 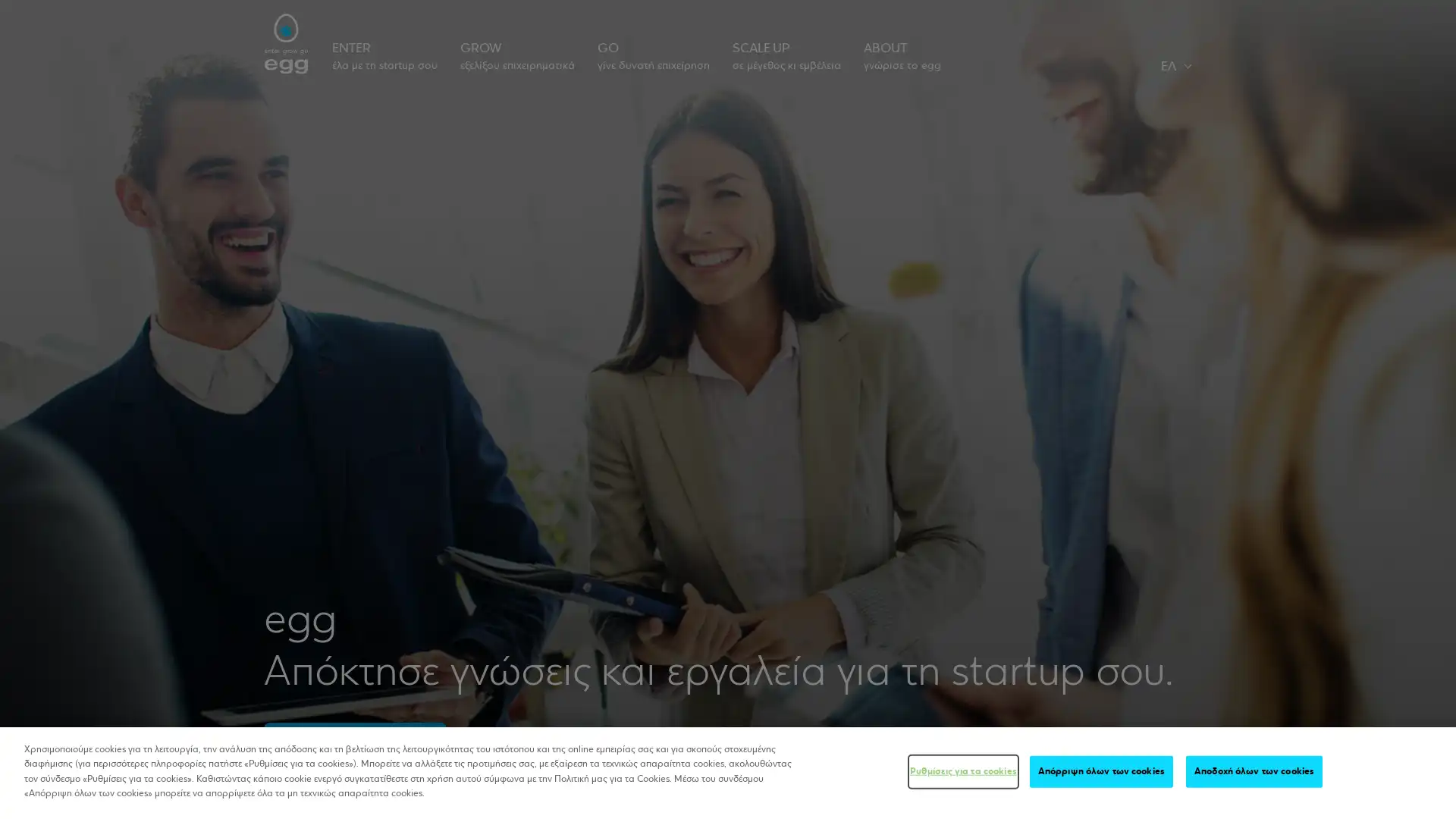 What do you see at coordinates (1101, 771) in the screenshot?
I see `cookies` at bounding box center [1101, 771].